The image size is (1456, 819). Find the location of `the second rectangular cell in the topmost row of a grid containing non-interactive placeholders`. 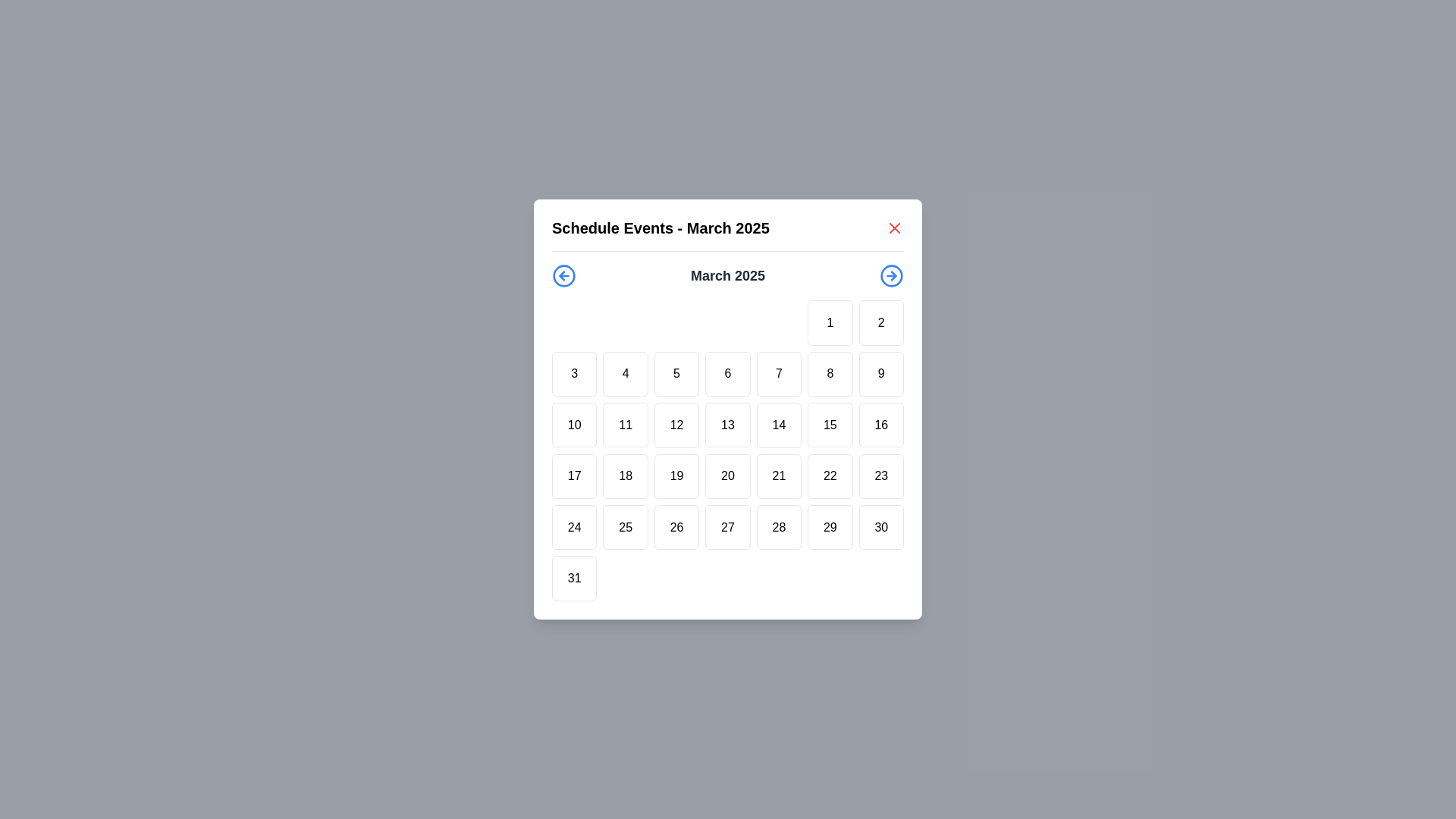

the second rectangular cell in the topmost row of a grid containing non-interactive placeholders is located at coordinates (626, 322).